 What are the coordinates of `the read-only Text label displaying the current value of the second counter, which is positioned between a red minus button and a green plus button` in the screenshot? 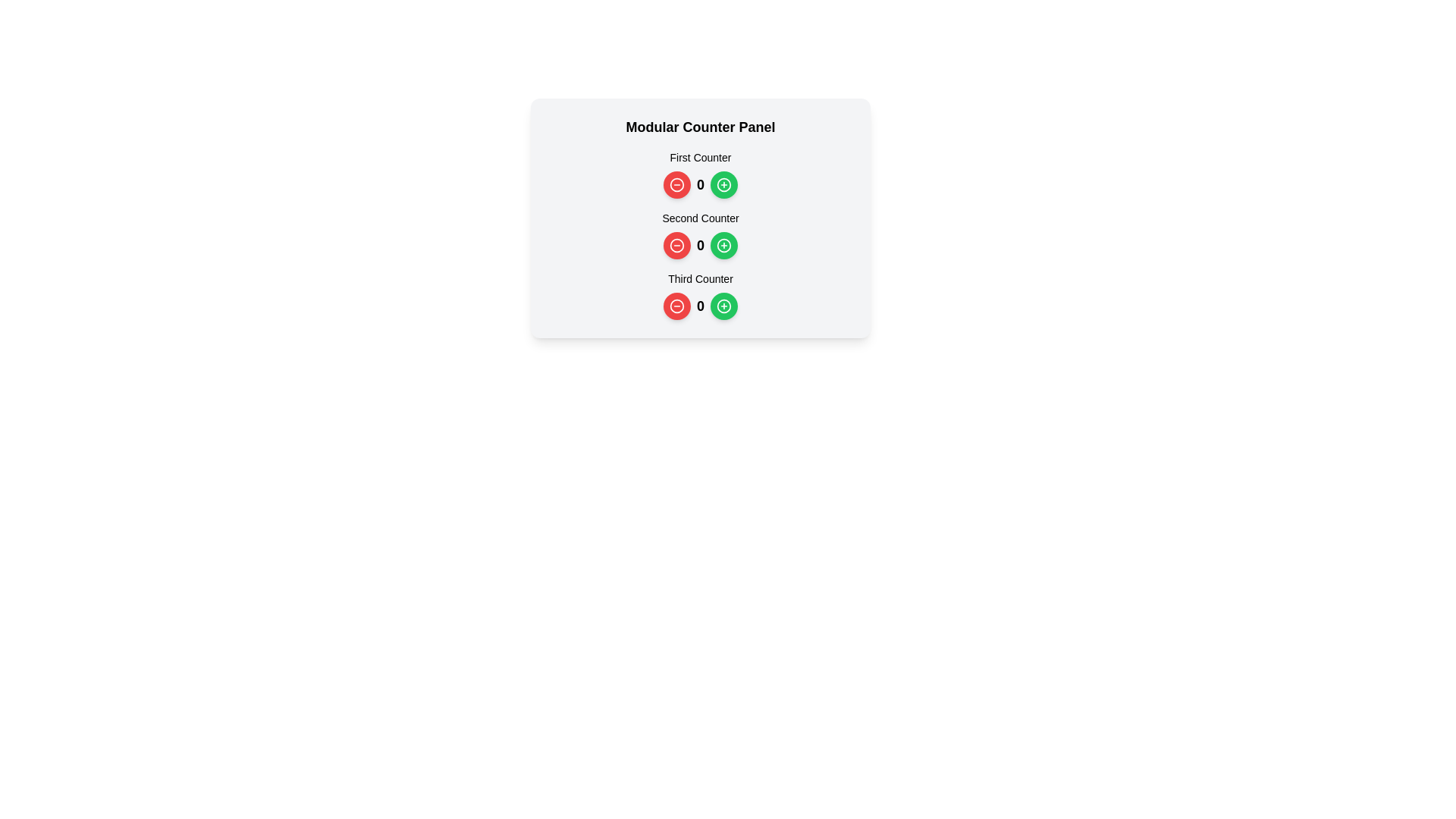 It's located at (699, 245).